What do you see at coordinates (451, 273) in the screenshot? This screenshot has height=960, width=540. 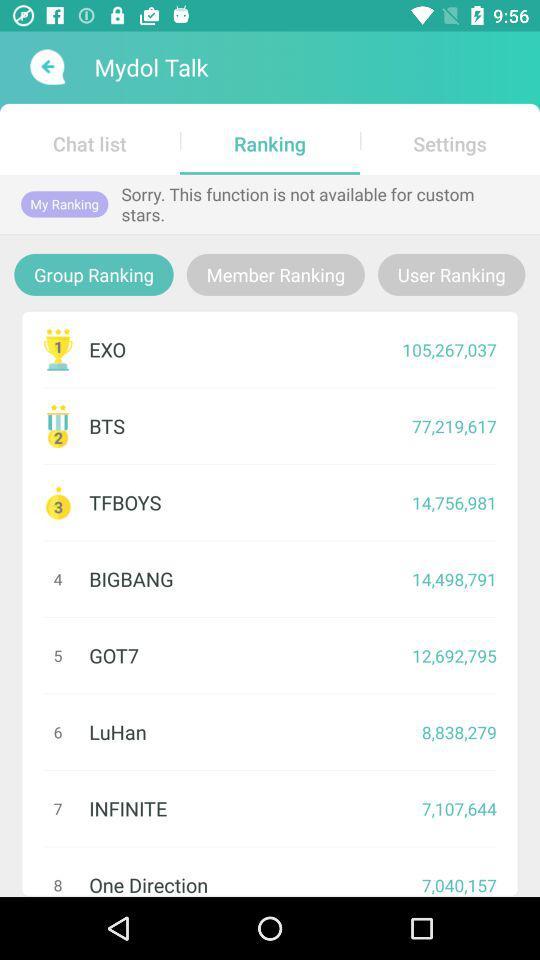 I see `the icon above exo` at bounding box center [451, 273].